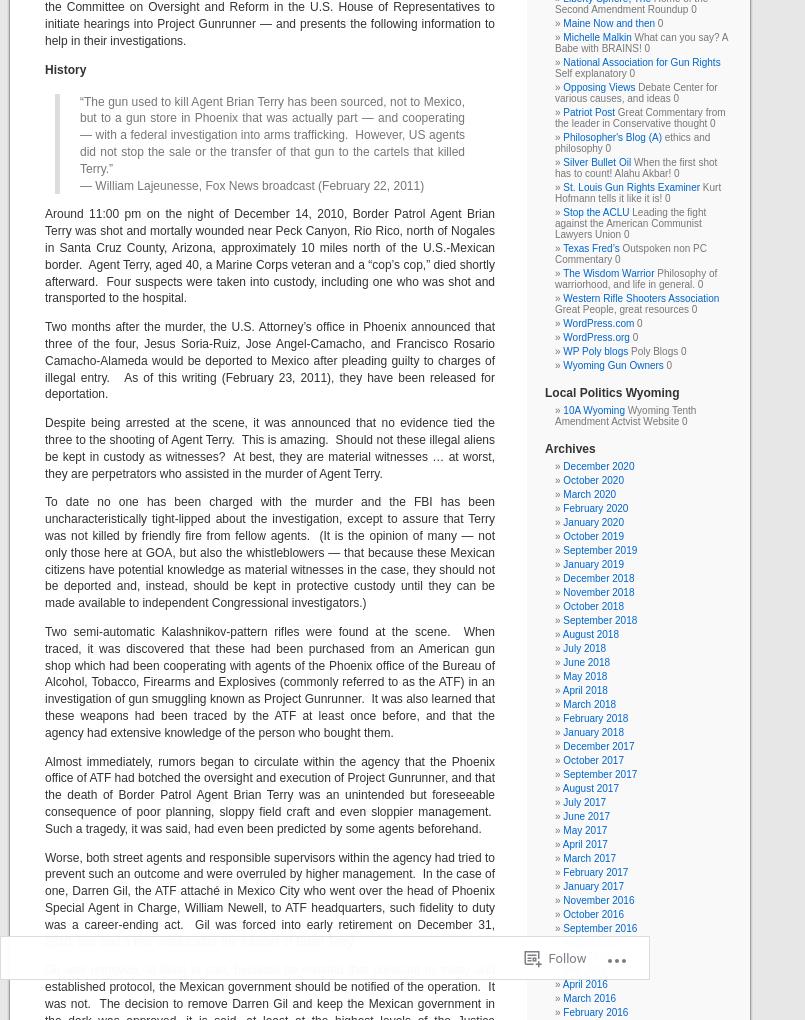  What do you see at coordinates (584, 801) in the screenshot?
I see `'July 2017'` at bounding box center [584, 801].